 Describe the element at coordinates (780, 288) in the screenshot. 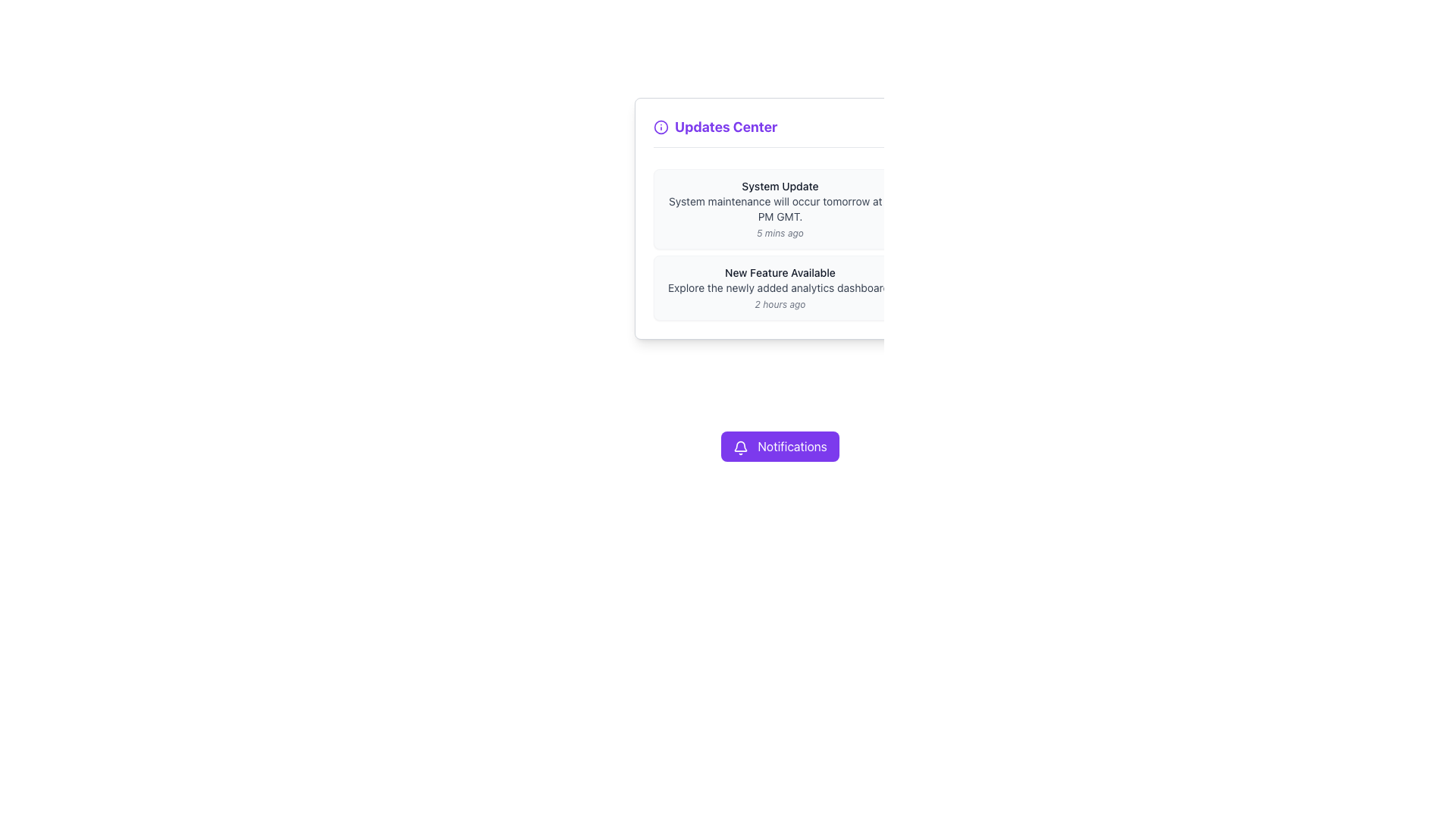

I see `the static text that reads 'Explore the newly added analytics dashboard.', which is styled in small gray font and is positioned between the title 'New Feature Available' and the timestamp '2 hours ago'` at that location.